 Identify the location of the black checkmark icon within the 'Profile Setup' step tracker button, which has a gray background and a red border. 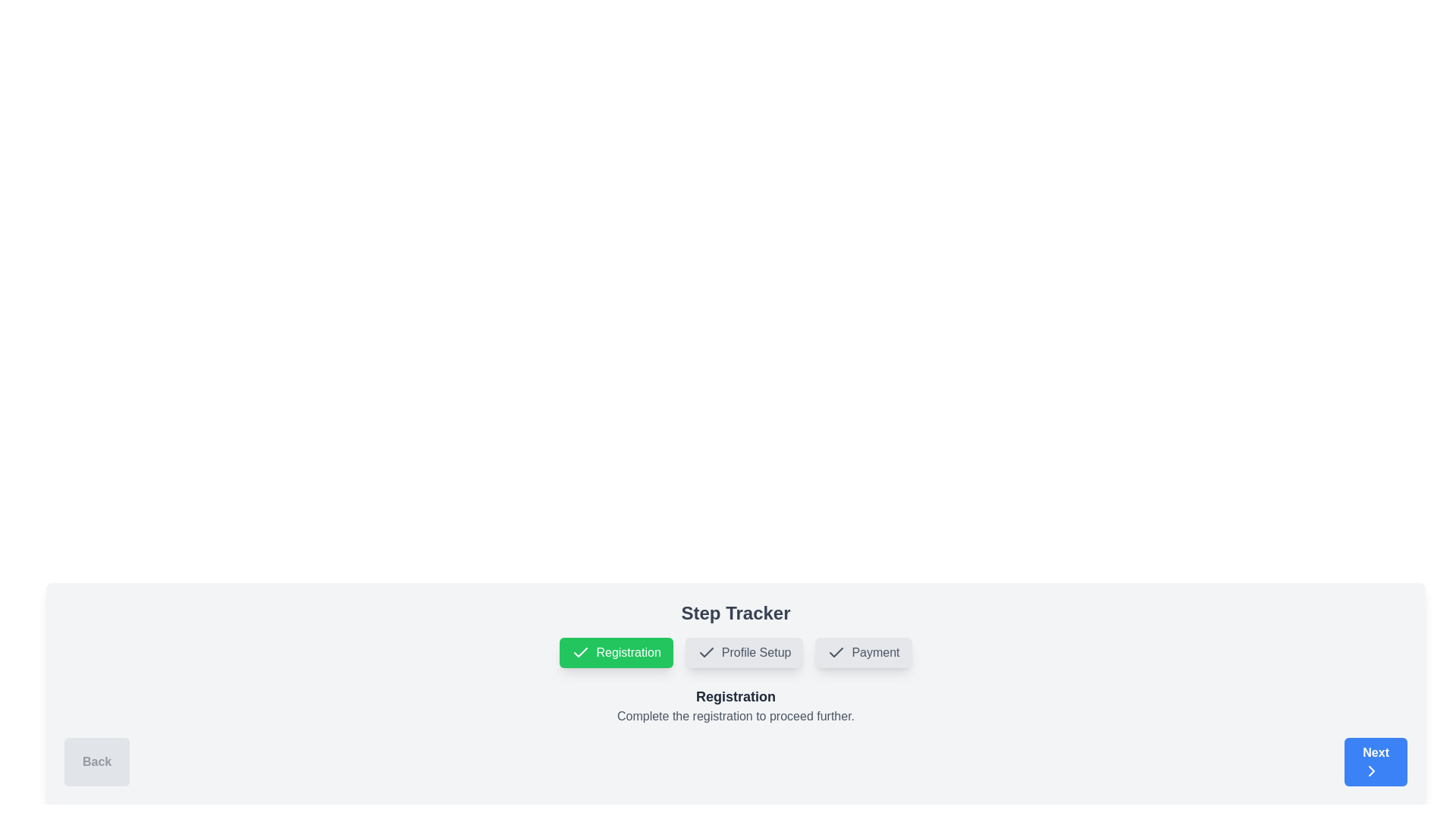
(705, 651).